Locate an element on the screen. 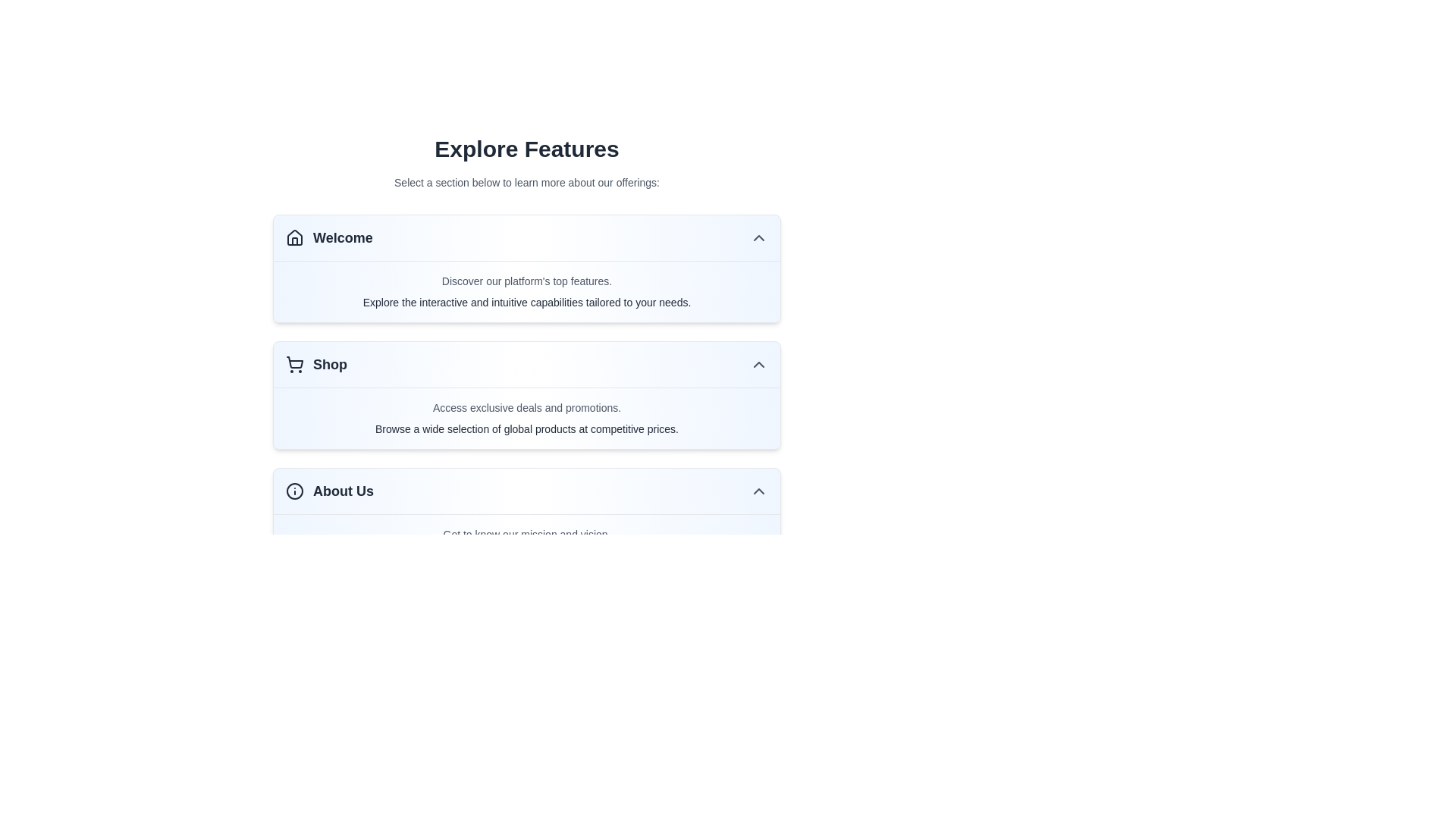 Image resolution: width=1456 pixels, height=819 pixels. the Text component located below the title 'Welcome' in the 'Explore Features' section to potentially see additional styling effects is located at coordinates (527, 292).